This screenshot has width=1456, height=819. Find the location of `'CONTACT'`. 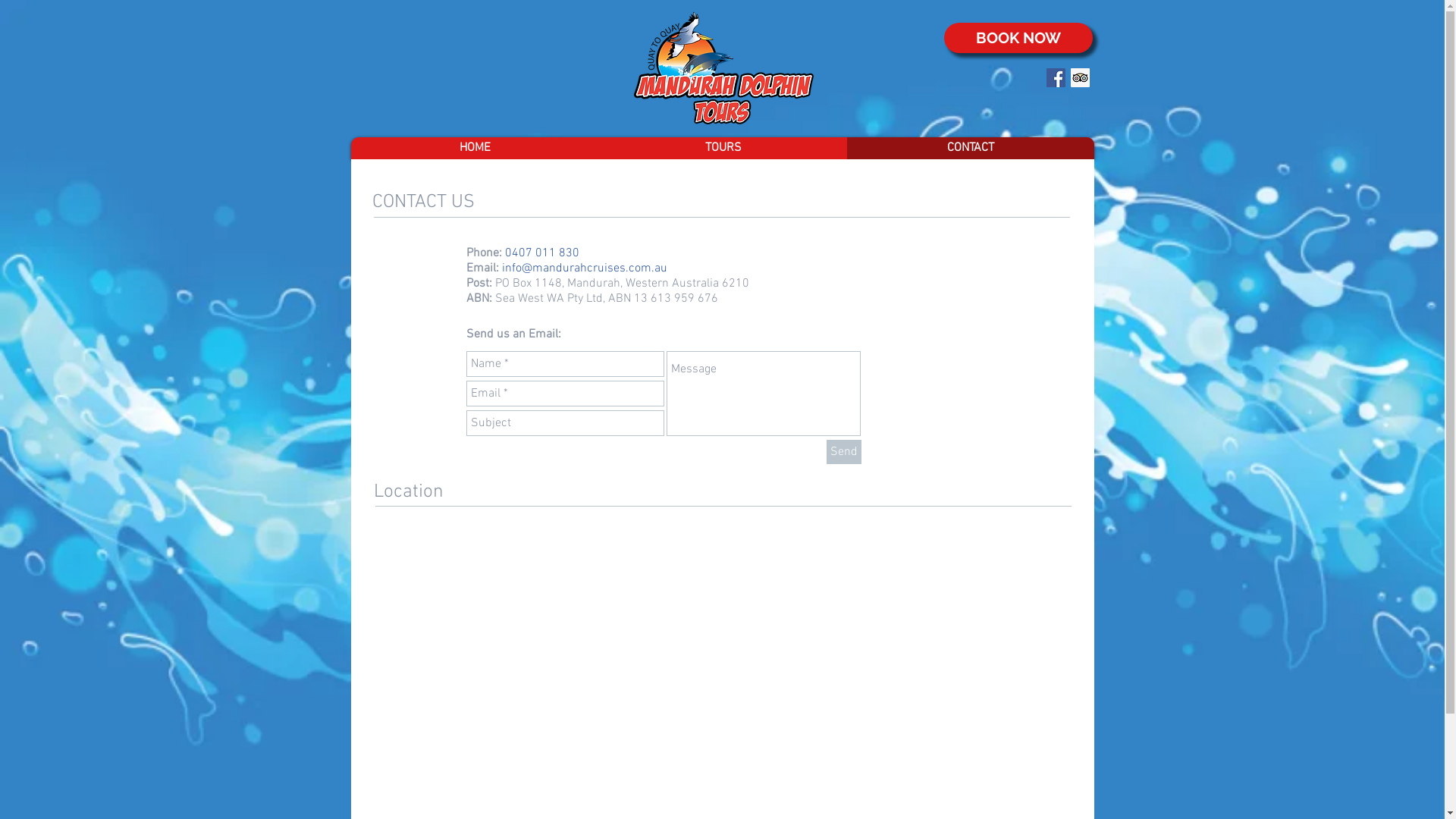

'CONTACT' is located at coordinates (968, 148).